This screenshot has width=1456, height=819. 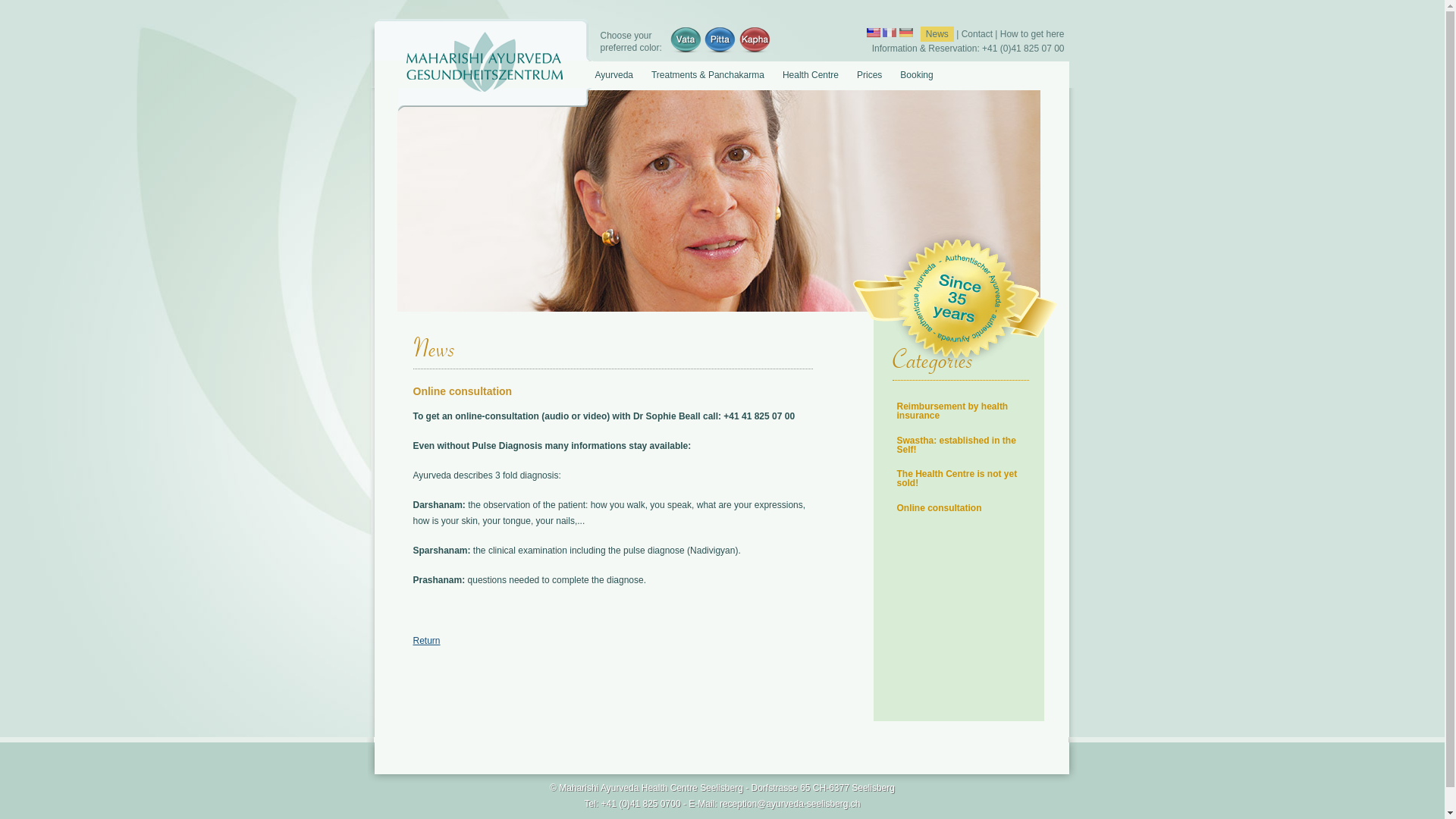 What do you see at coordinates (955, 479) in the screenshot?
I see `'The Health Centre is not yet sold!'` at bounding box center [955, 479].